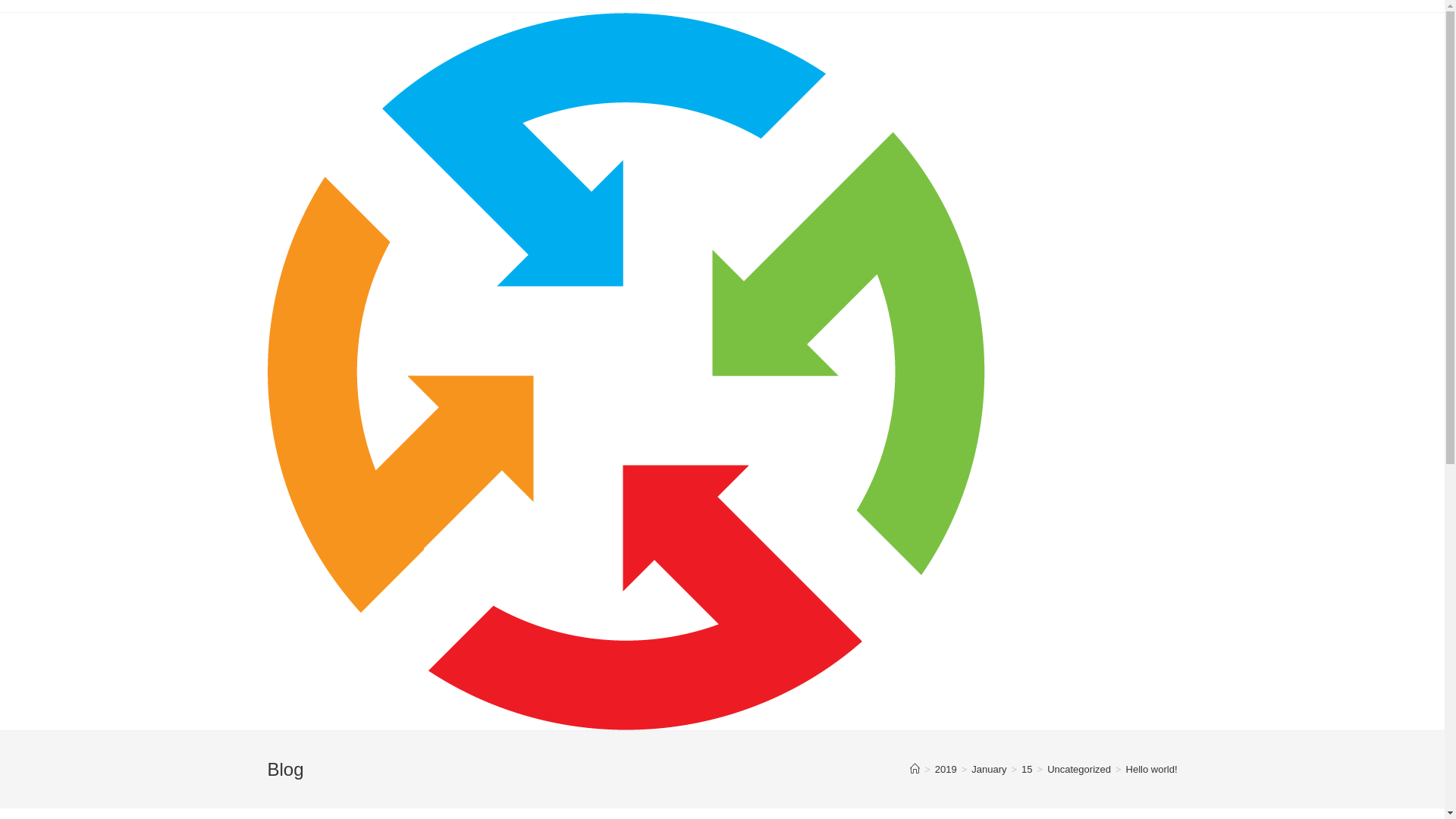 This screenshot has height=819, width=1456. What do you see at coordinates (1078, 769) in the screenshot?
I see `'Uncategorized'` at bounding box center [1078, 769].